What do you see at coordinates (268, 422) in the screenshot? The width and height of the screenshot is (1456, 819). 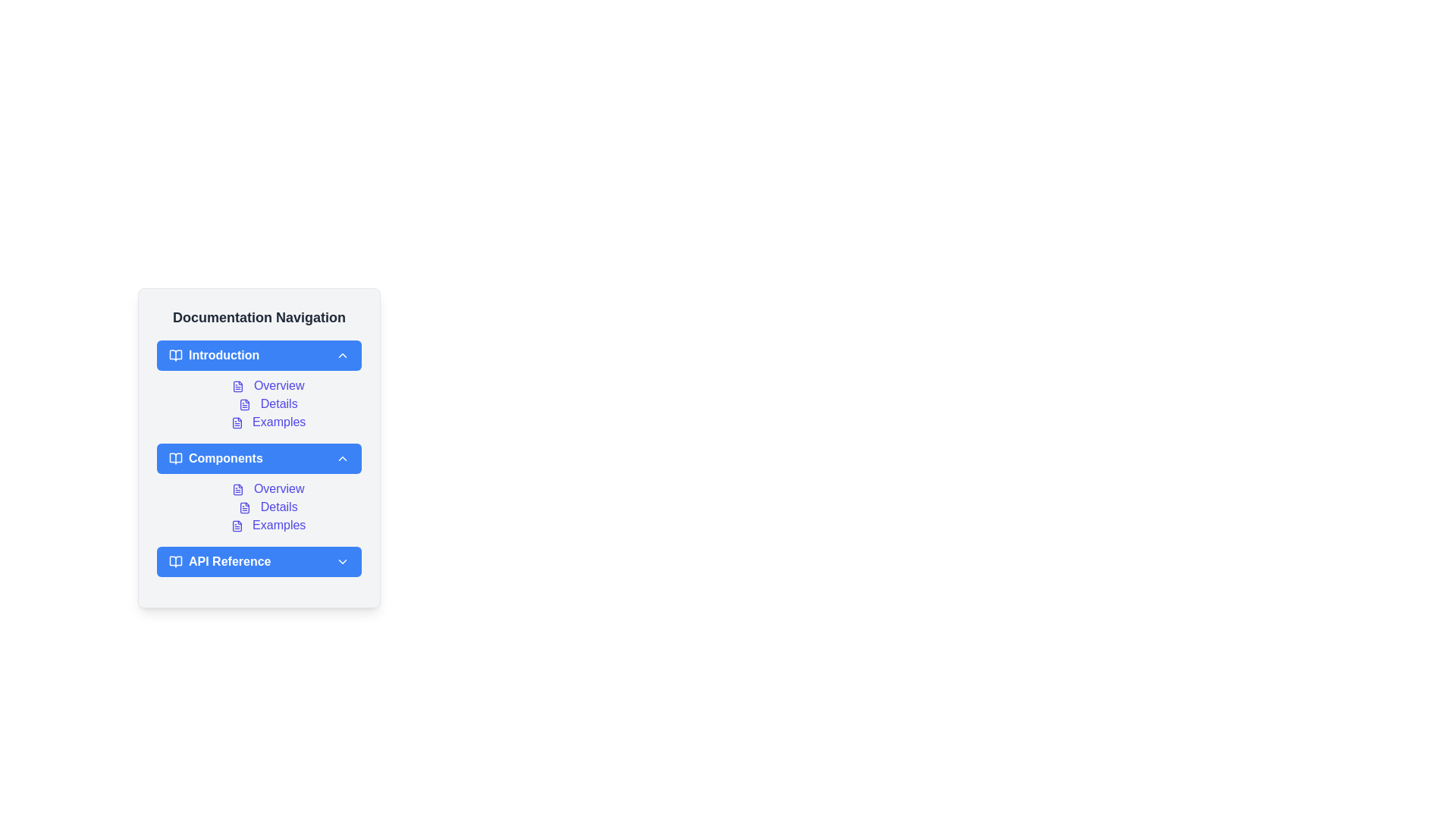 I see `the 'Examples' link, which is styled in indigo and underlined on hover, positioned below 'Details' and above subsequent content in the 'Introduction' section` at bounding box center [268, 422].